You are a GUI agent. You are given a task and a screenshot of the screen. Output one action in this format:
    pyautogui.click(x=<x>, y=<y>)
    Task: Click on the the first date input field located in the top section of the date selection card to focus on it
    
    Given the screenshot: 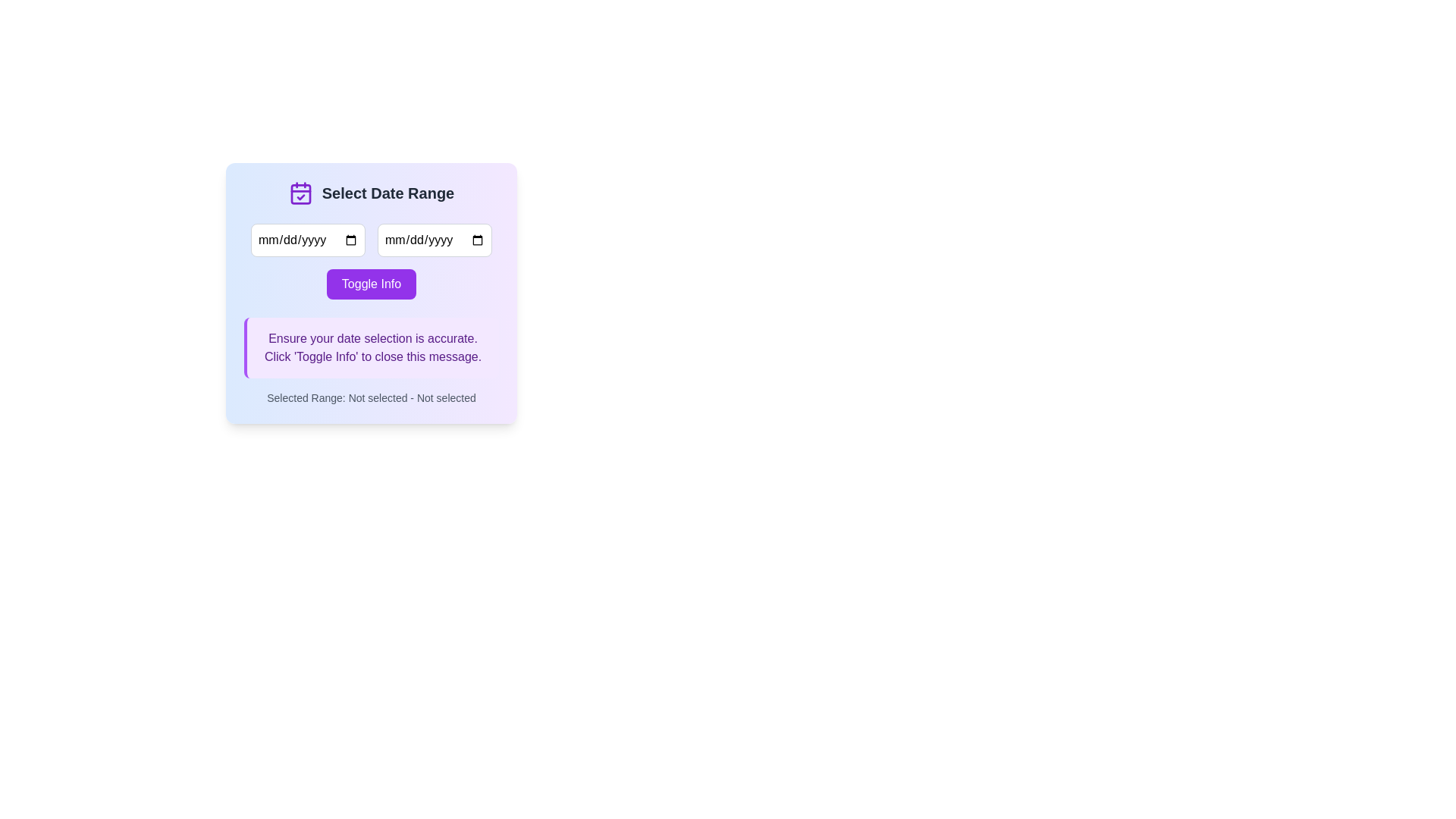 What is the action you would take?
    pyautogui.click(x=307, y=239)
    